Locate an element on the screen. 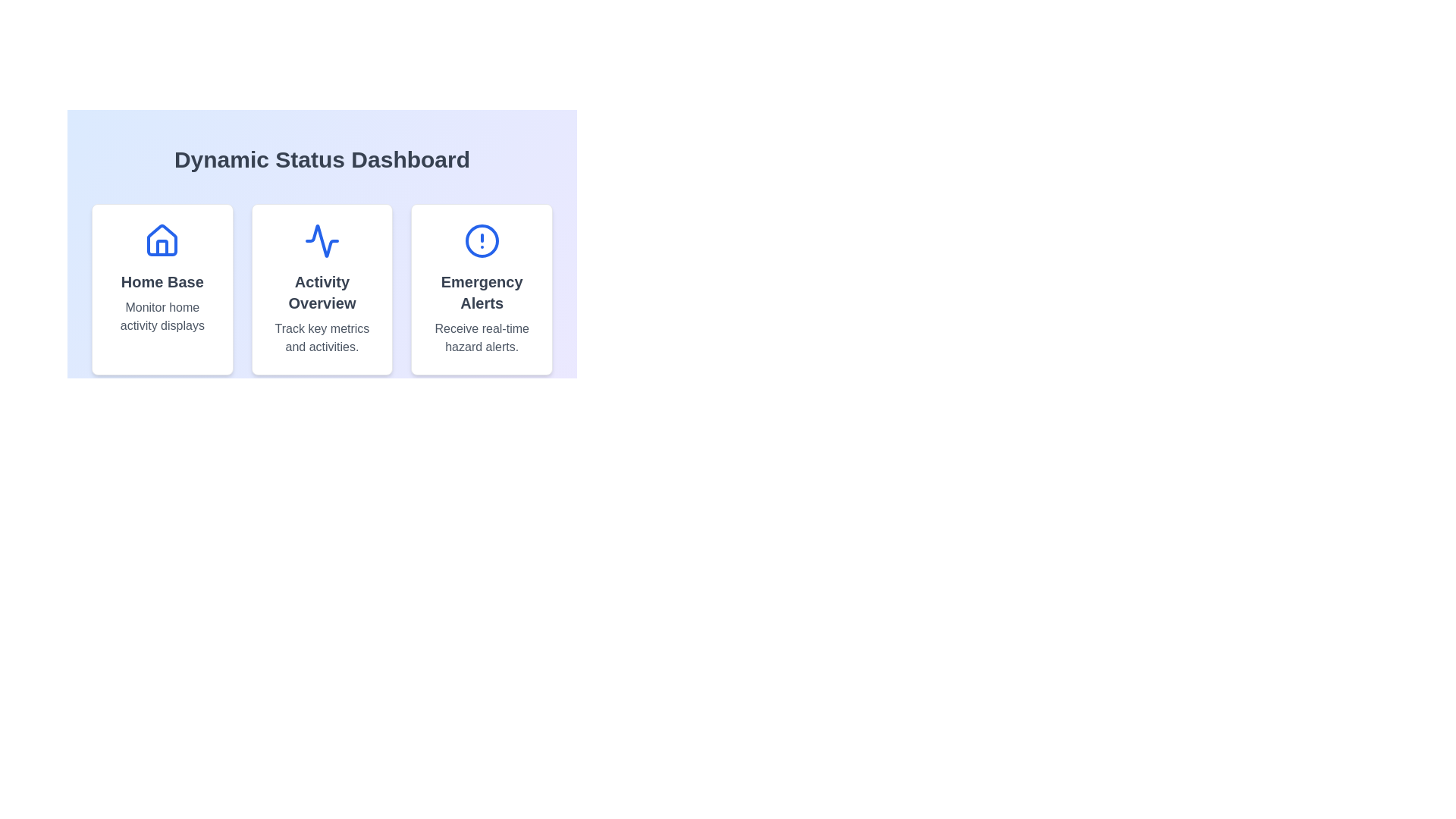  the 'Activity Overview' icon, which is the first graphical element within its card, positioned at the top section above the textual content is located at coordinates (321, 240).